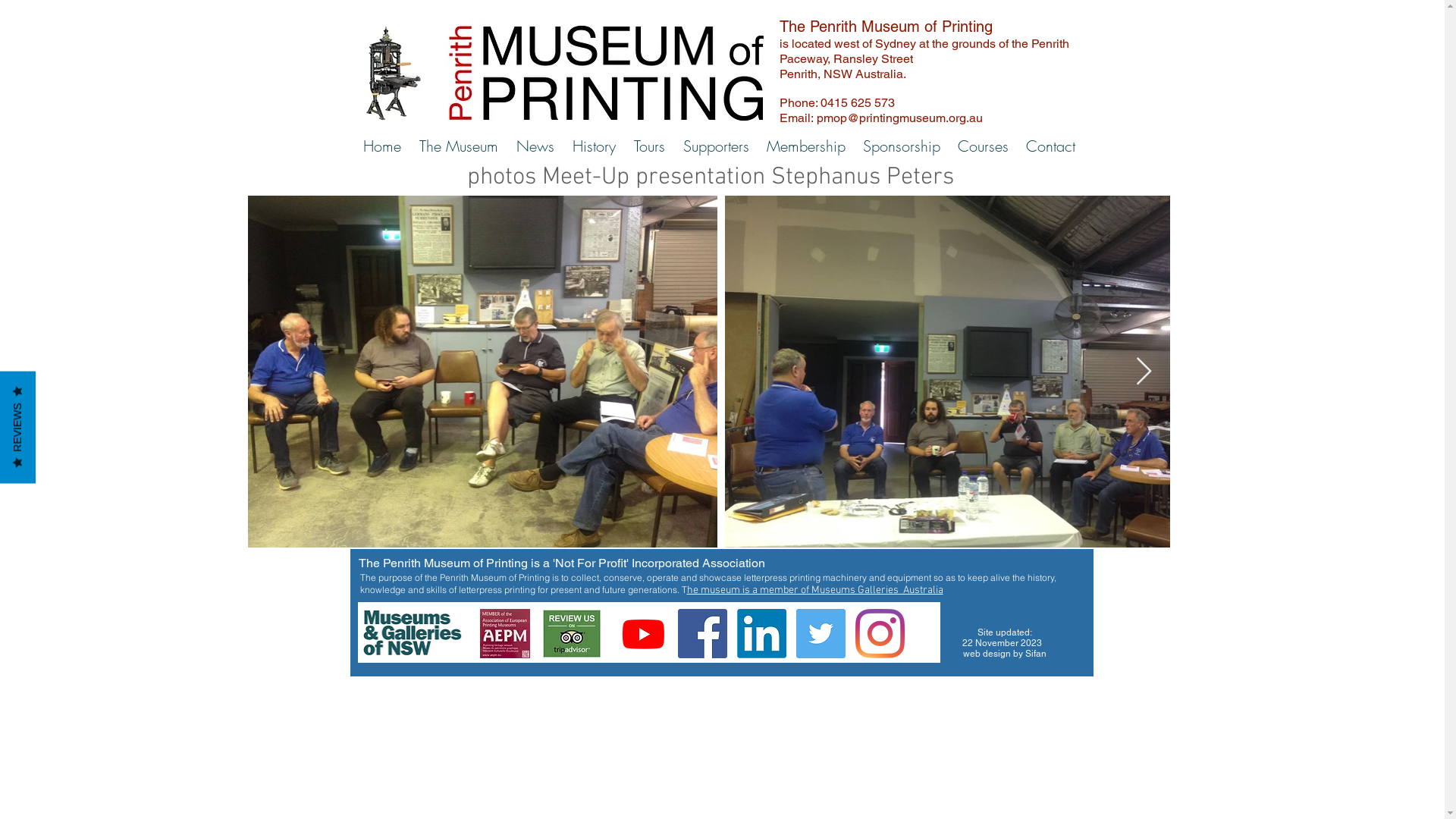 The width and height of the screenshot is (1456, 819). I want to click on 'Sponsorship', so click(901, 146).